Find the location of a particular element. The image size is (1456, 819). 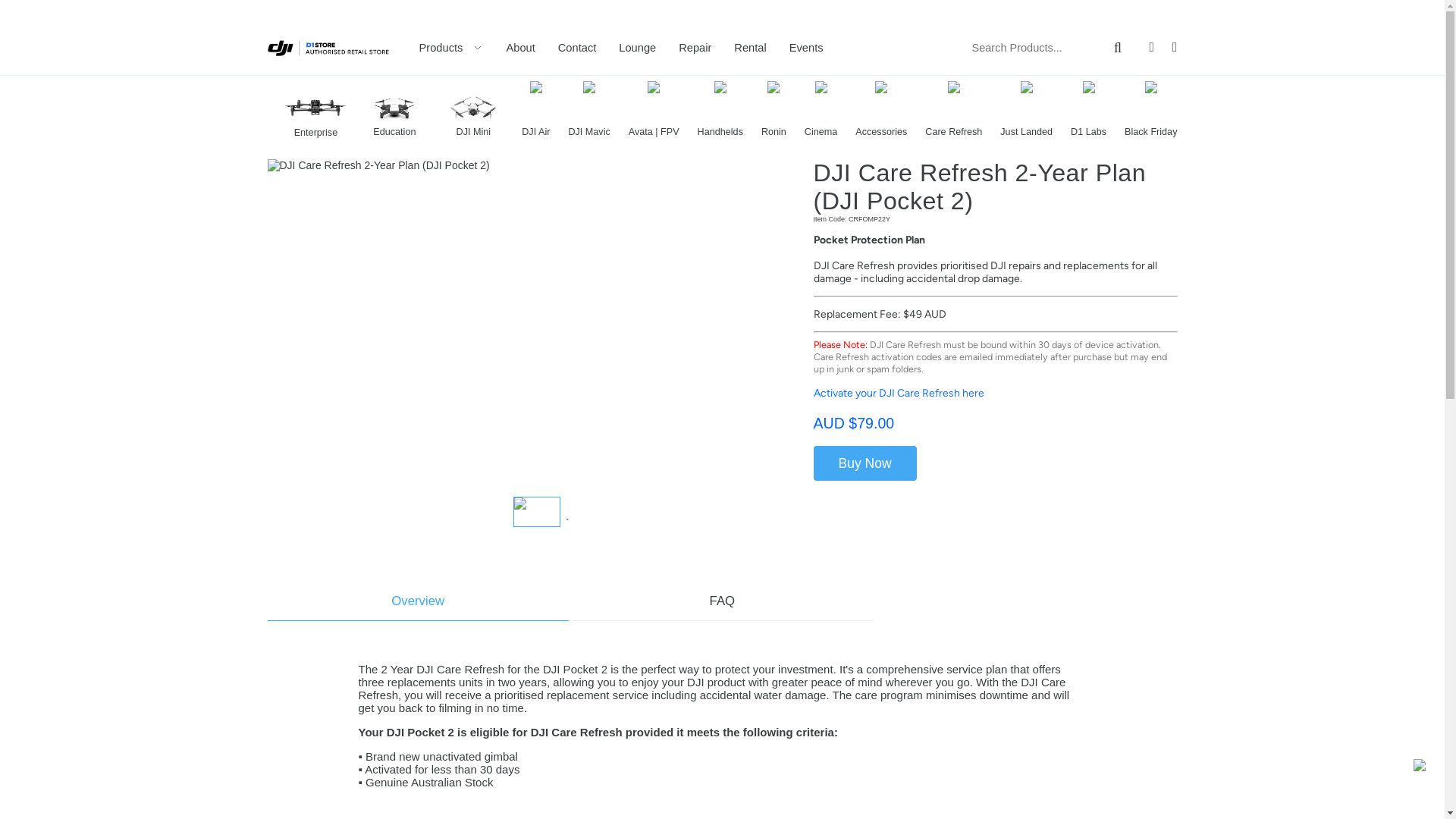

'Ronin' is located at coordinates (773, 108).